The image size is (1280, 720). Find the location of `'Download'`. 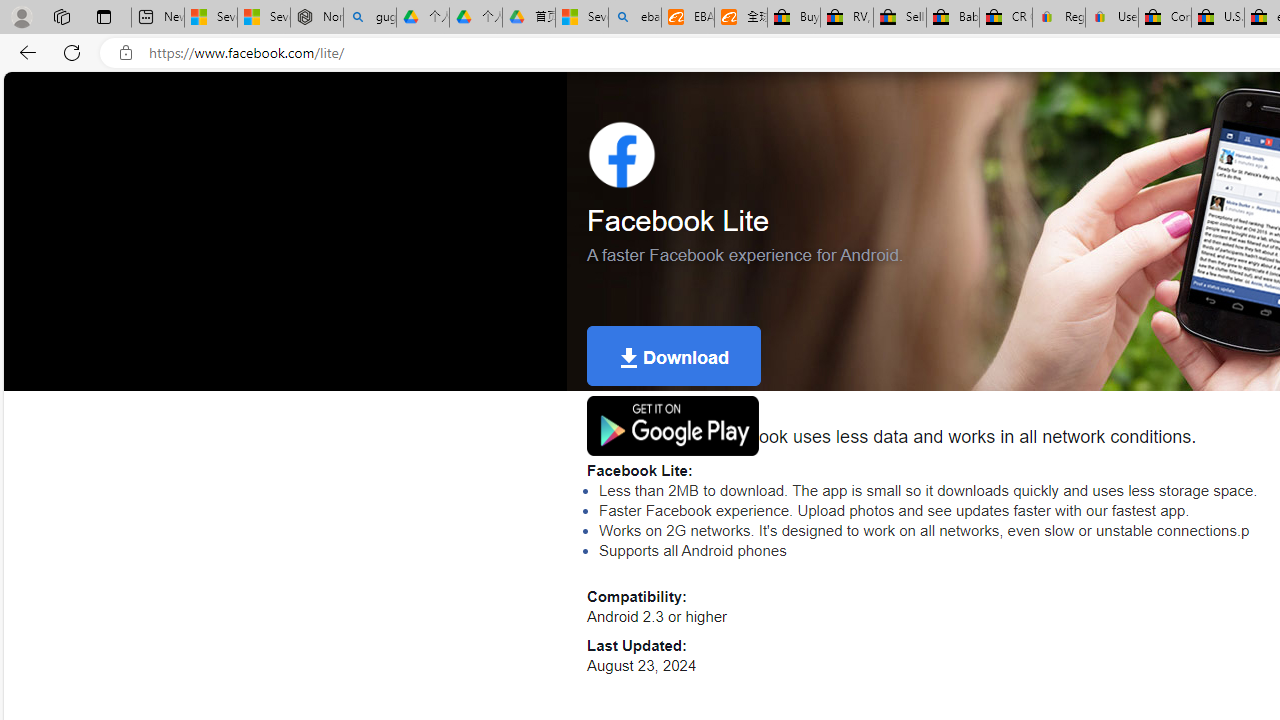

'Download' is located at coordinates (674, 355).